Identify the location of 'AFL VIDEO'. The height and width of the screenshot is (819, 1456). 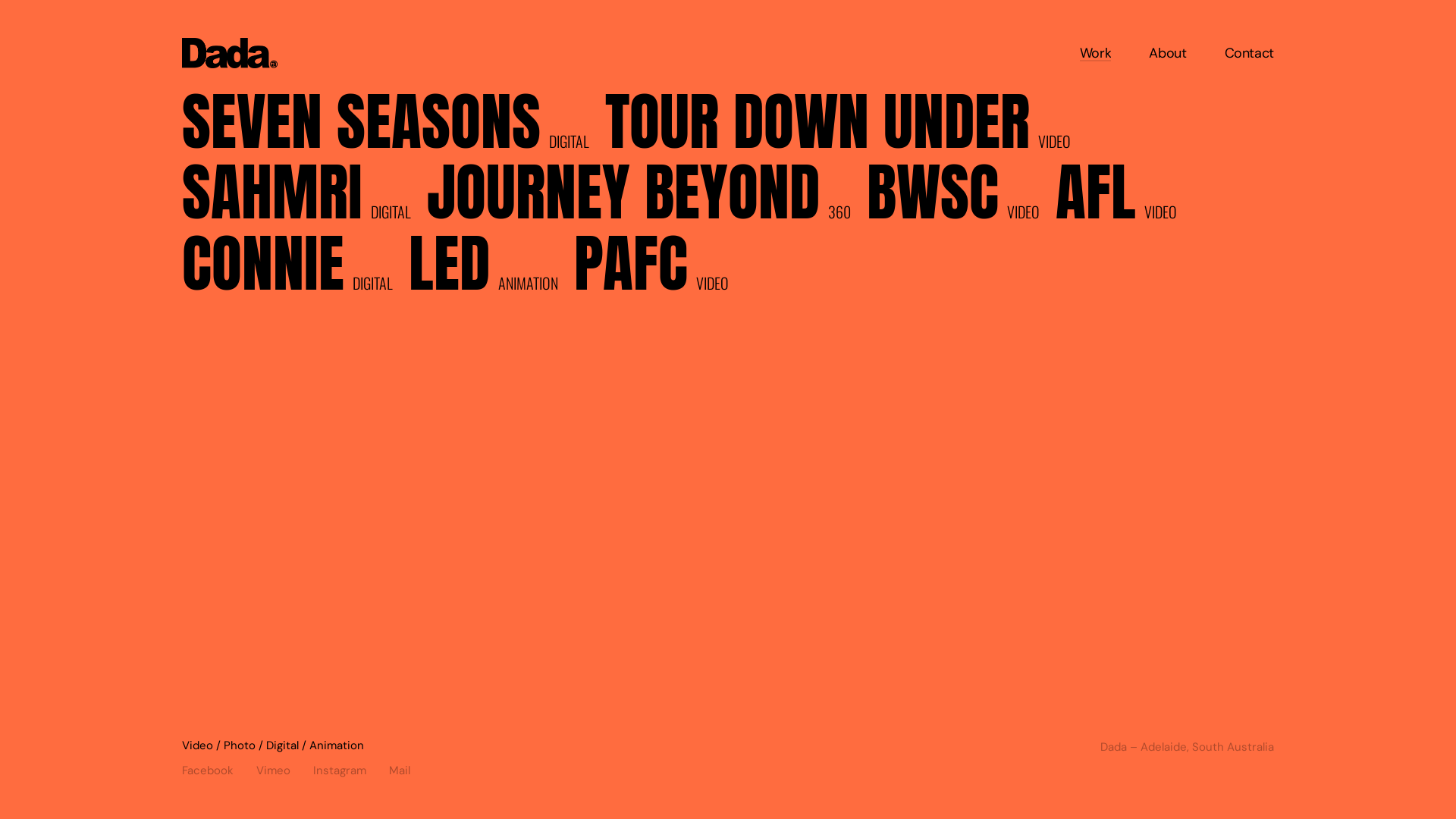
(1124, 197).